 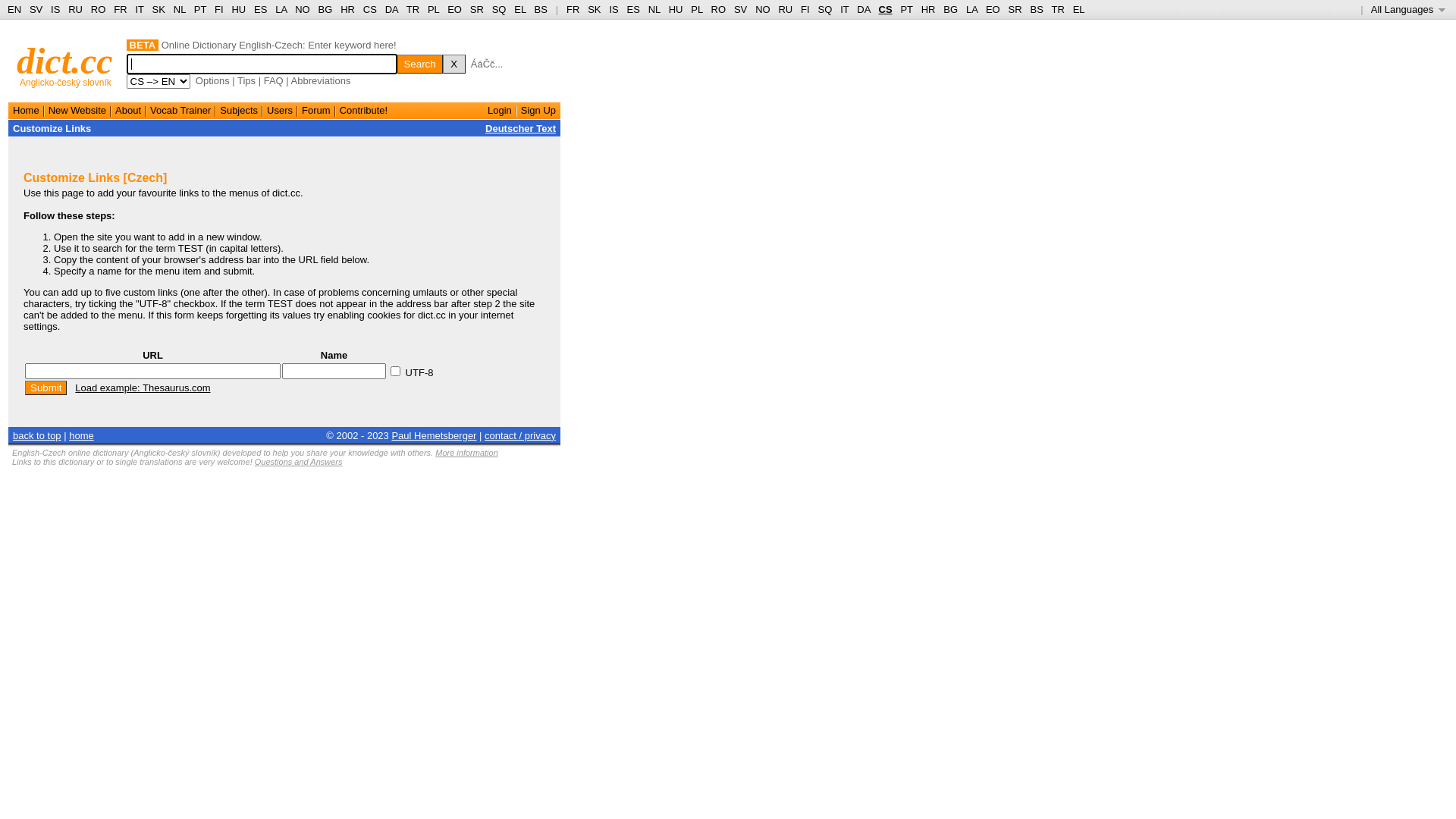 I want to click on 'BS', so click(x=541, y=9).